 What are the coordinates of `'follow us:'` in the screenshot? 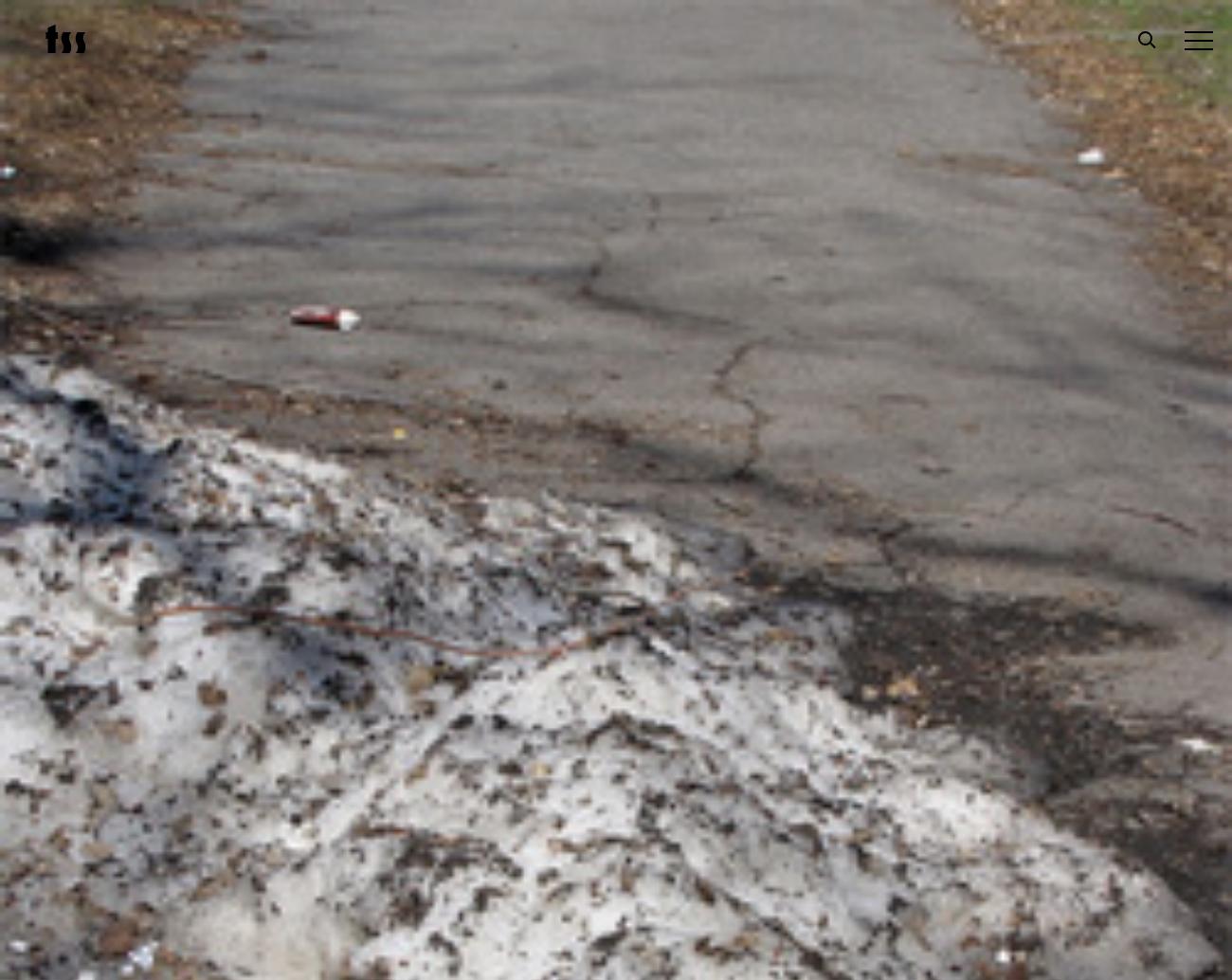 It's located at (463, 866).